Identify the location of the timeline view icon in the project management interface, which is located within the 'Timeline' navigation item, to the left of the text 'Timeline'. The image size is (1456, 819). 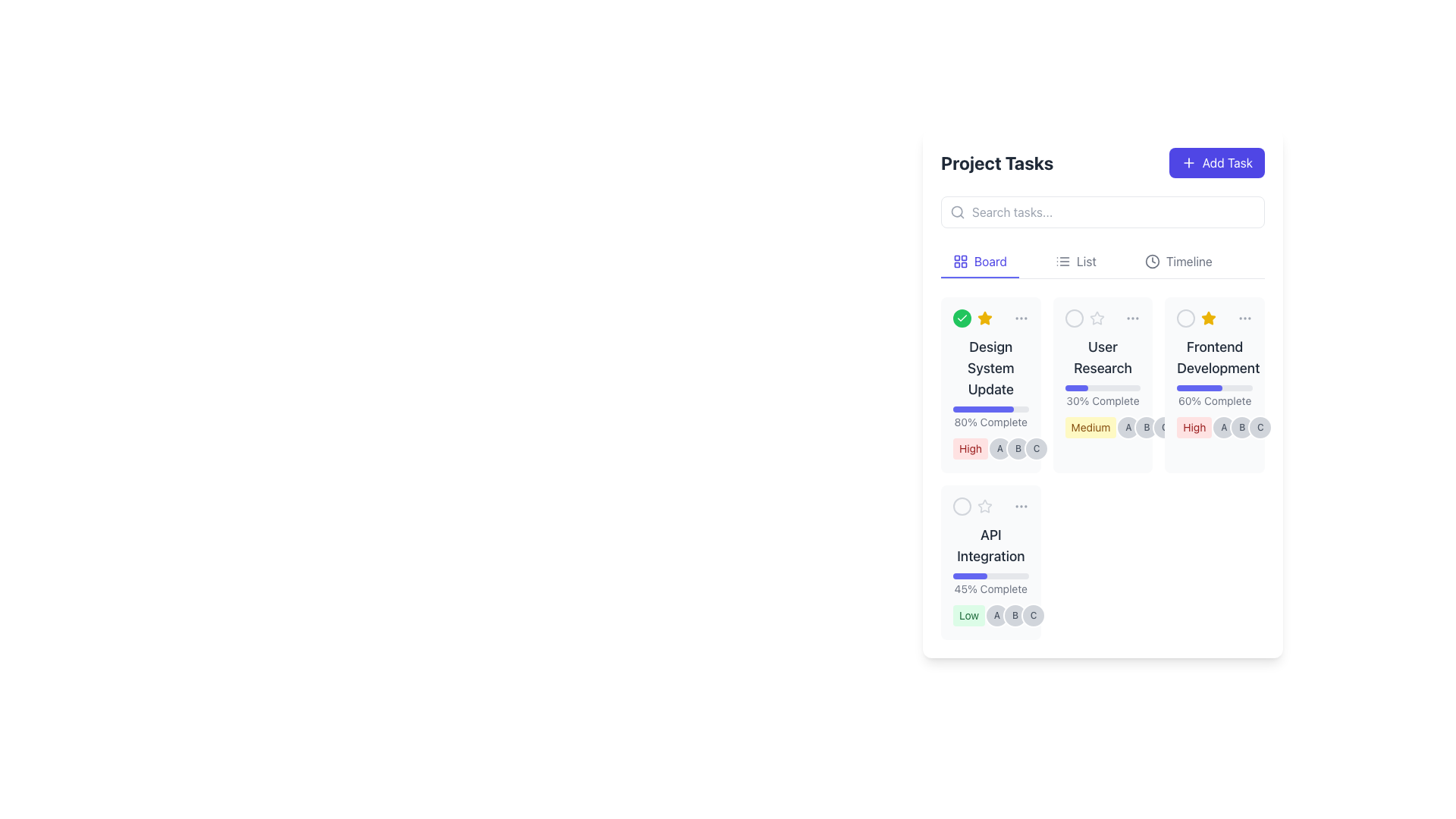
(1152, 260).